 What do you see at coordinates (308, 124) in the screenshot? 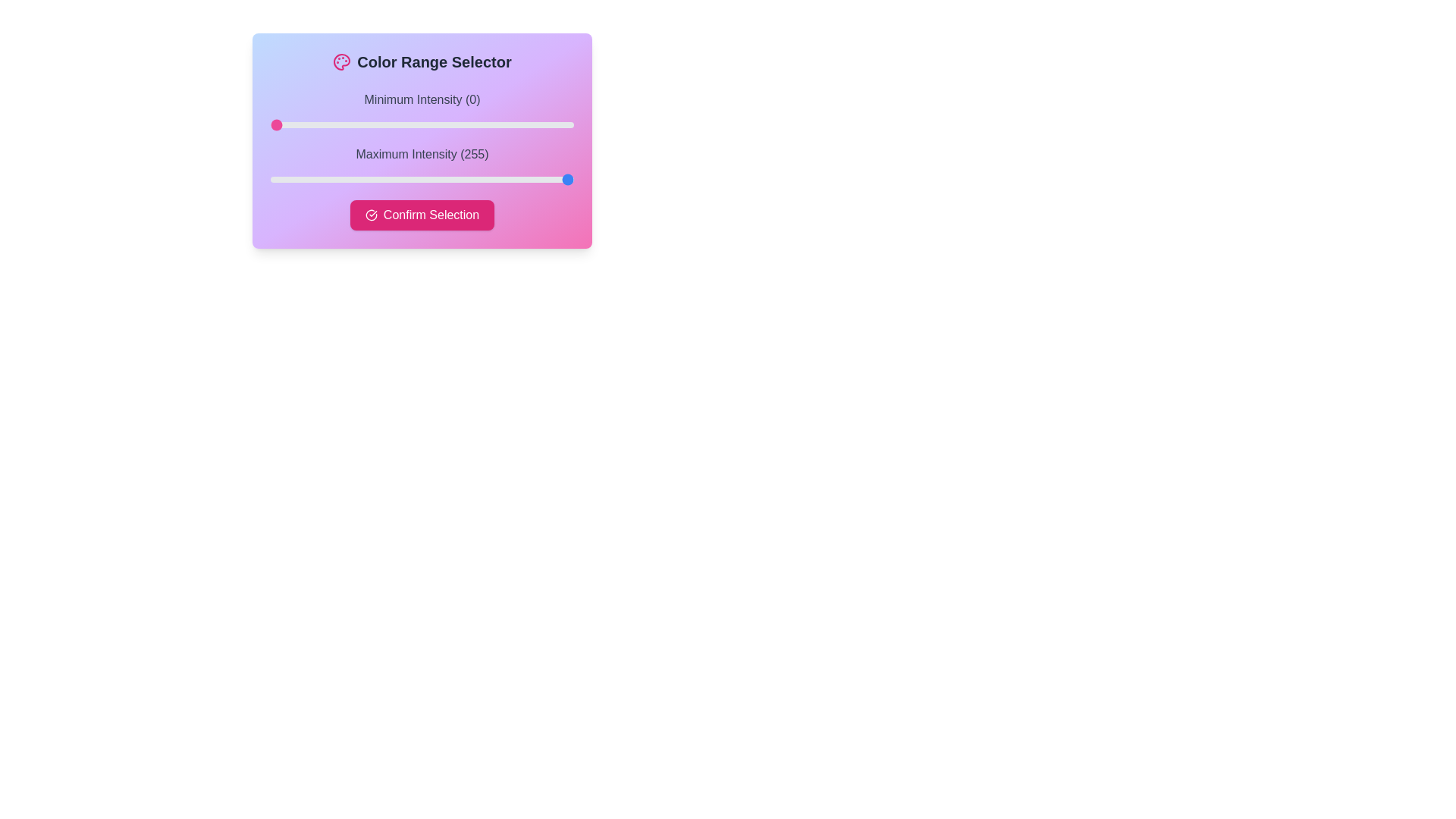
I see `the slider to set the intensity to 32` at bounding box center [308, 124].